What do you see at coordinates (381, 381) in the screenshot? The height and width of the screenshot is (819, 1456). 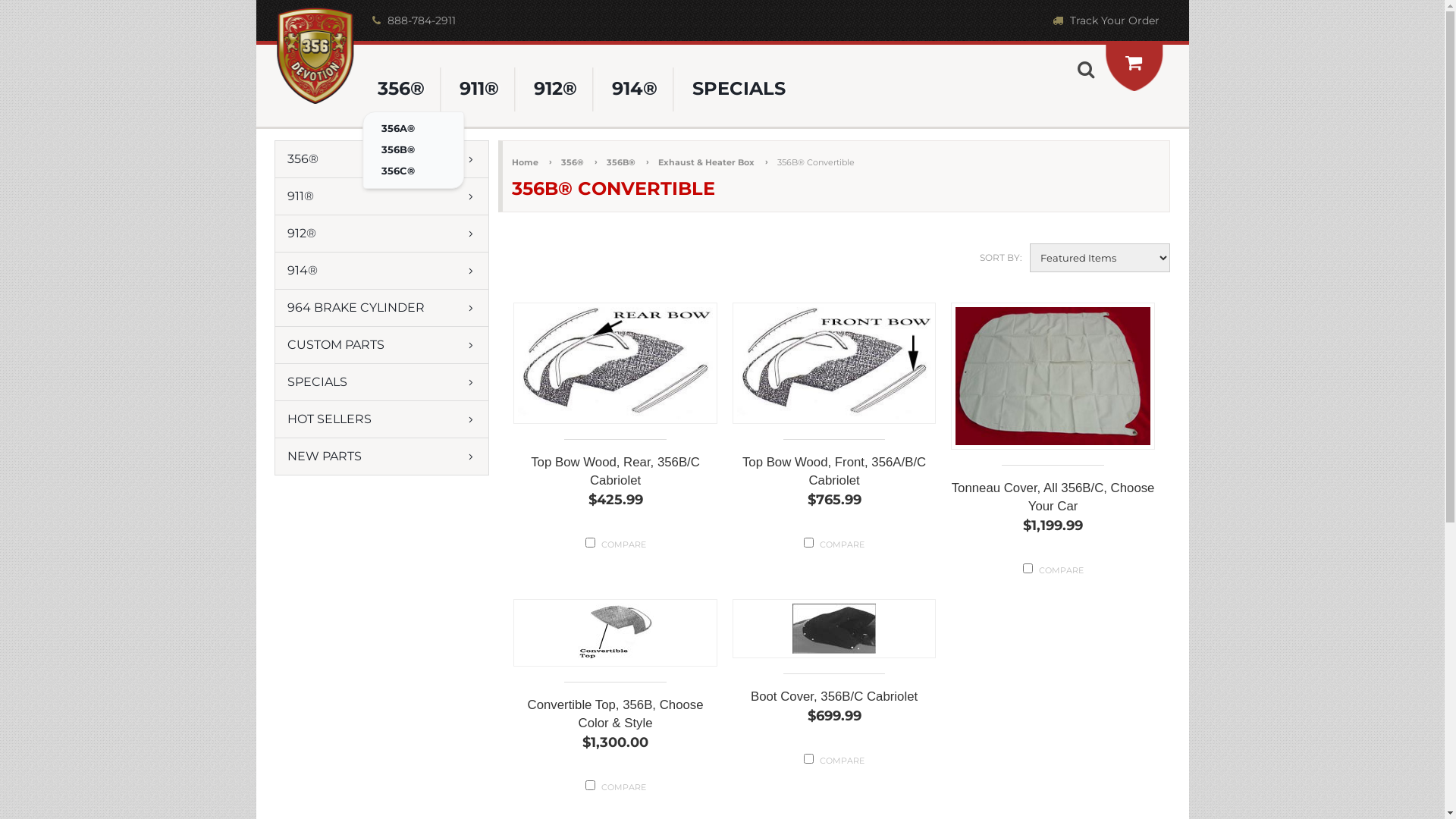 I see `'SPECIALS'` at bounding box center [381, 381].